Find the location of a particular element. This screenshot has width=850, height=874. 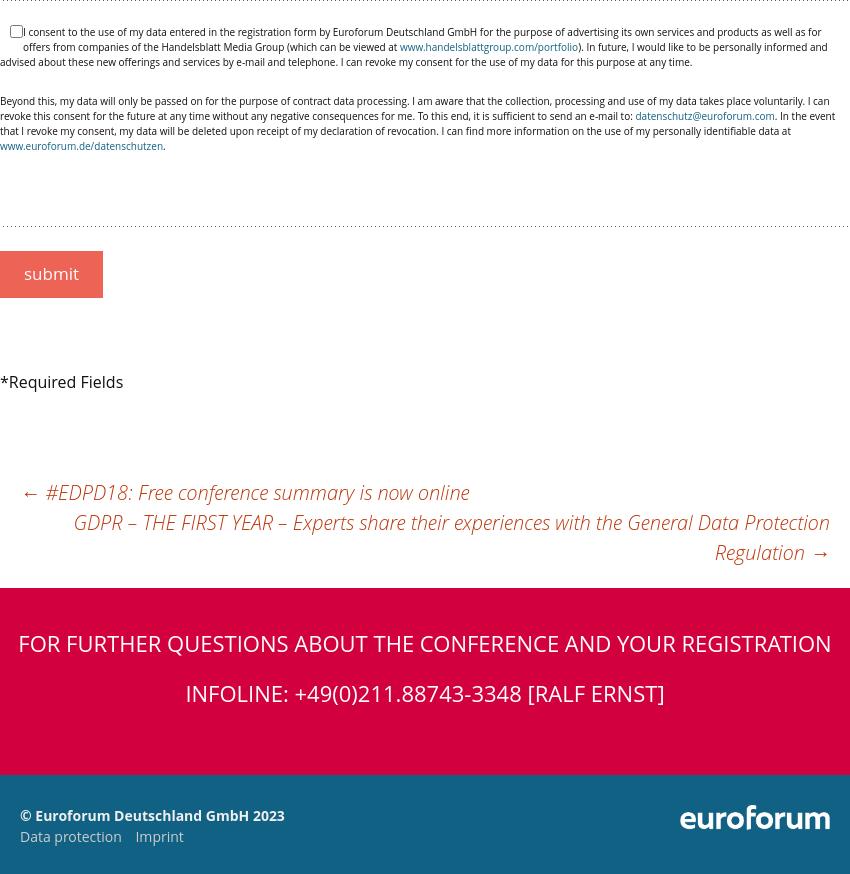

'Beyond this, my data will only be passed on for the purpose of contract data processing. I am aware that the collection, processing and use of my data takes place voluntarily. I can revoke this consent for the future at any time without any negative consequences for me. To this end, it is sufficient to send an e-mail to:' is located at coordinates (414, 108).